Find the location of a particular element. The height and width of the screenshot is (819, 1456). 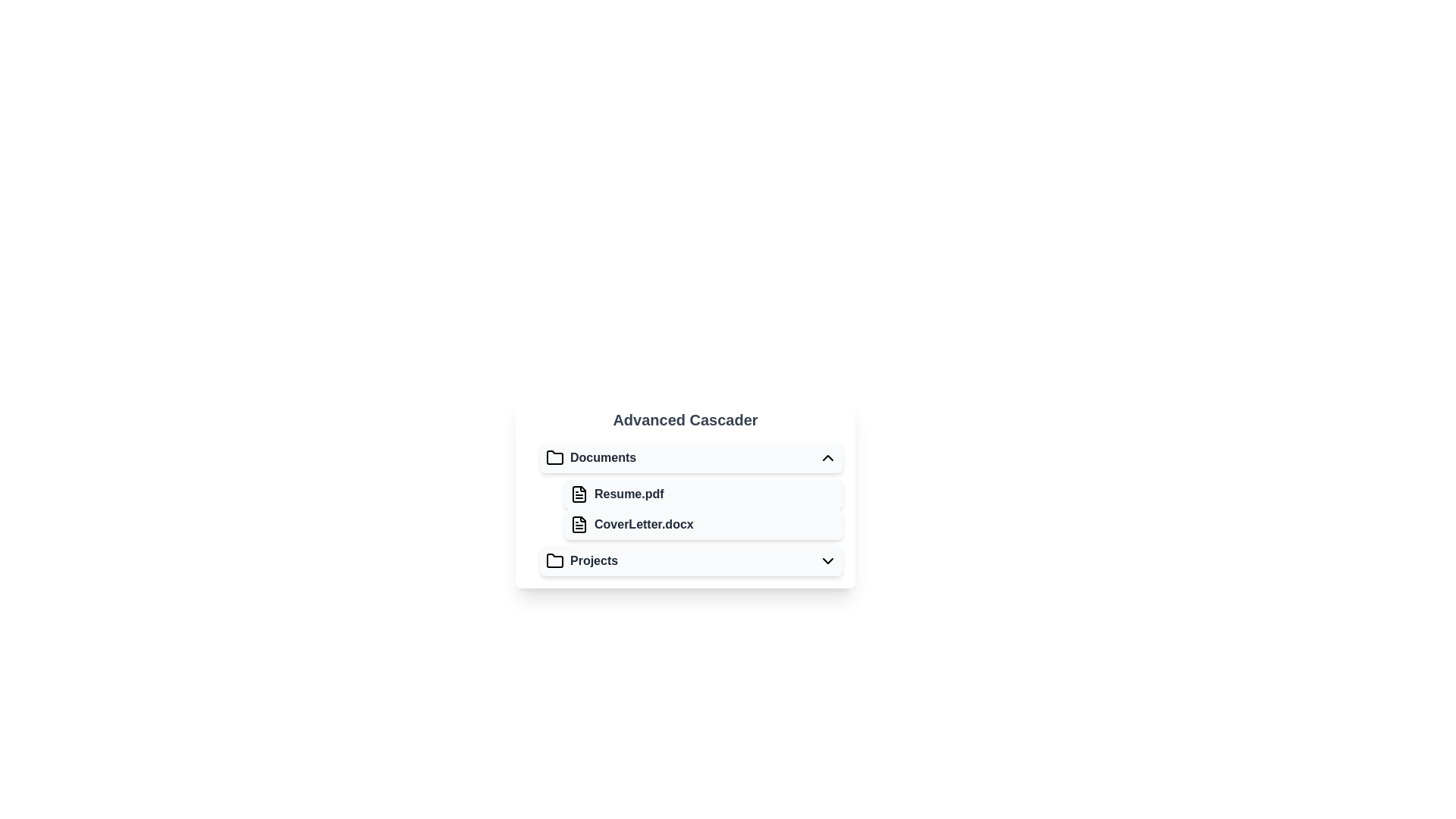

the expandable 'Projects' button located at the bottom of the vertical list is located at coordinates (691, 561).